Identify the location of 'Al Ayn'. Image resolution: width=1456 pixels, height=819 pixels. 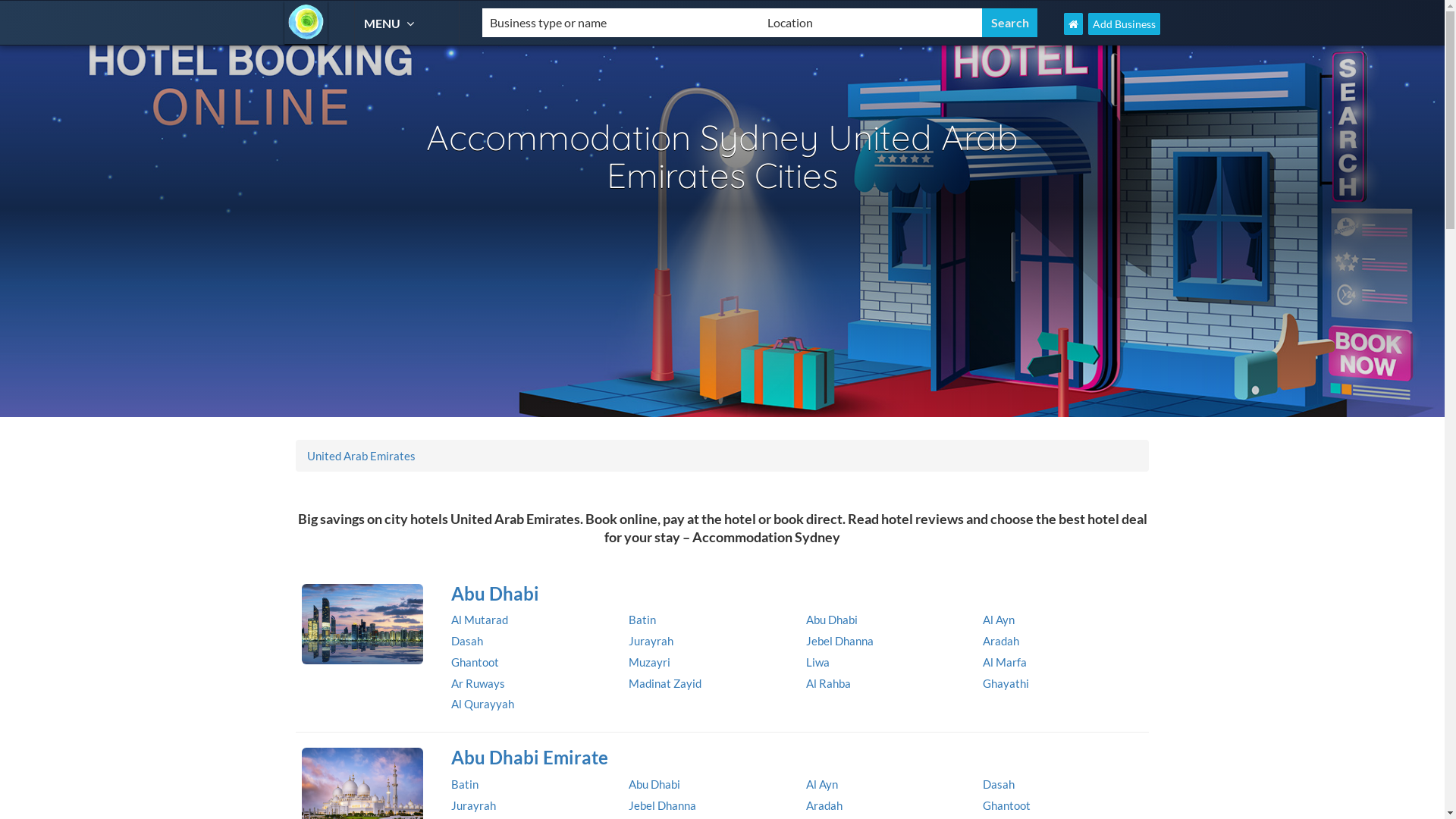
(983, 620).